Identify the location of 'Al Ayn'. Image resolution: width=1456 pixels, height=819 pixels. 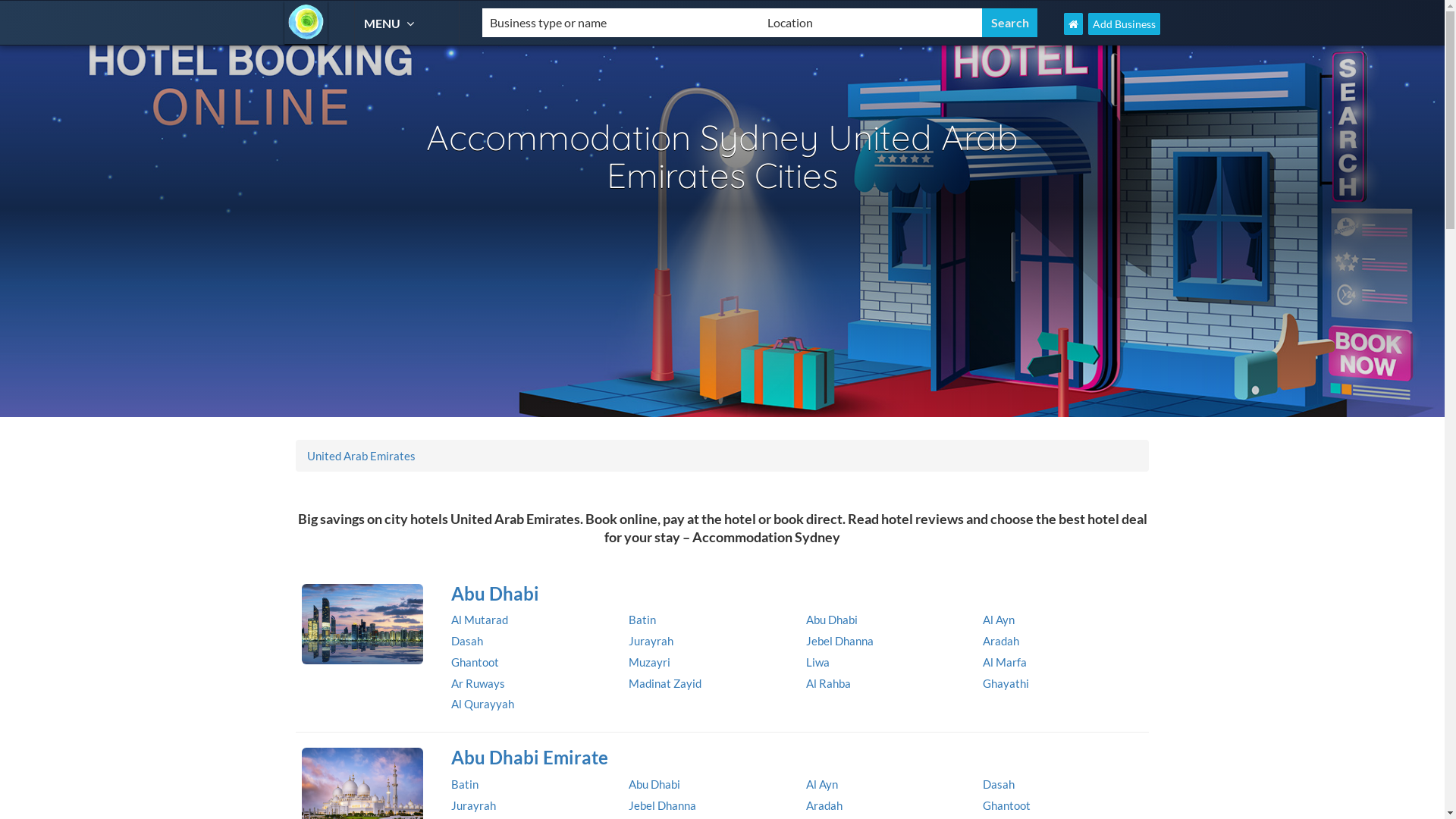
(983, 620).